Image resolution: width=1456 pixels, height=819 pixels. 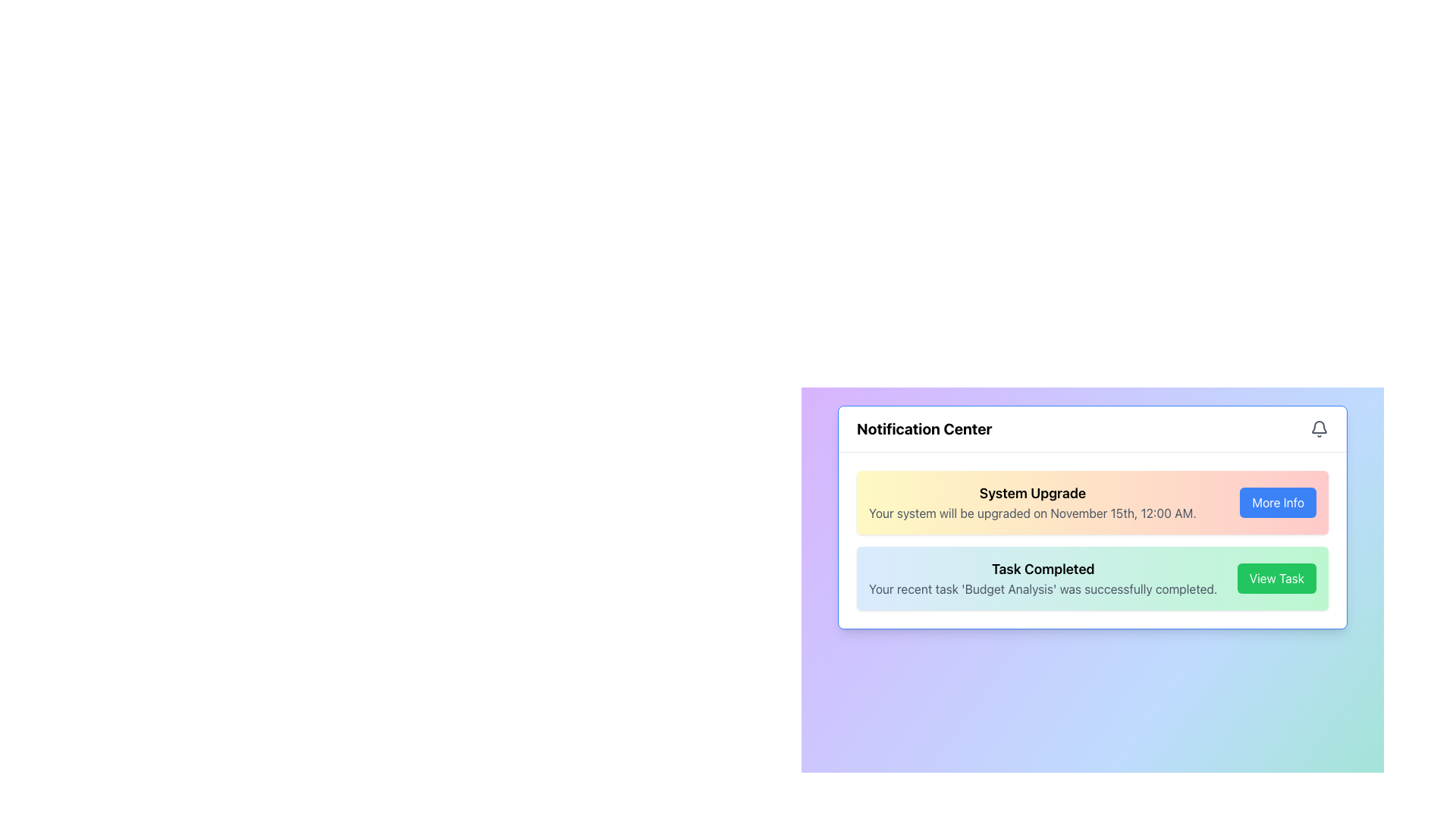 I want to click on the gray bell icon located in the top-right corner of the notification display area, so click(x=1318, y=427).